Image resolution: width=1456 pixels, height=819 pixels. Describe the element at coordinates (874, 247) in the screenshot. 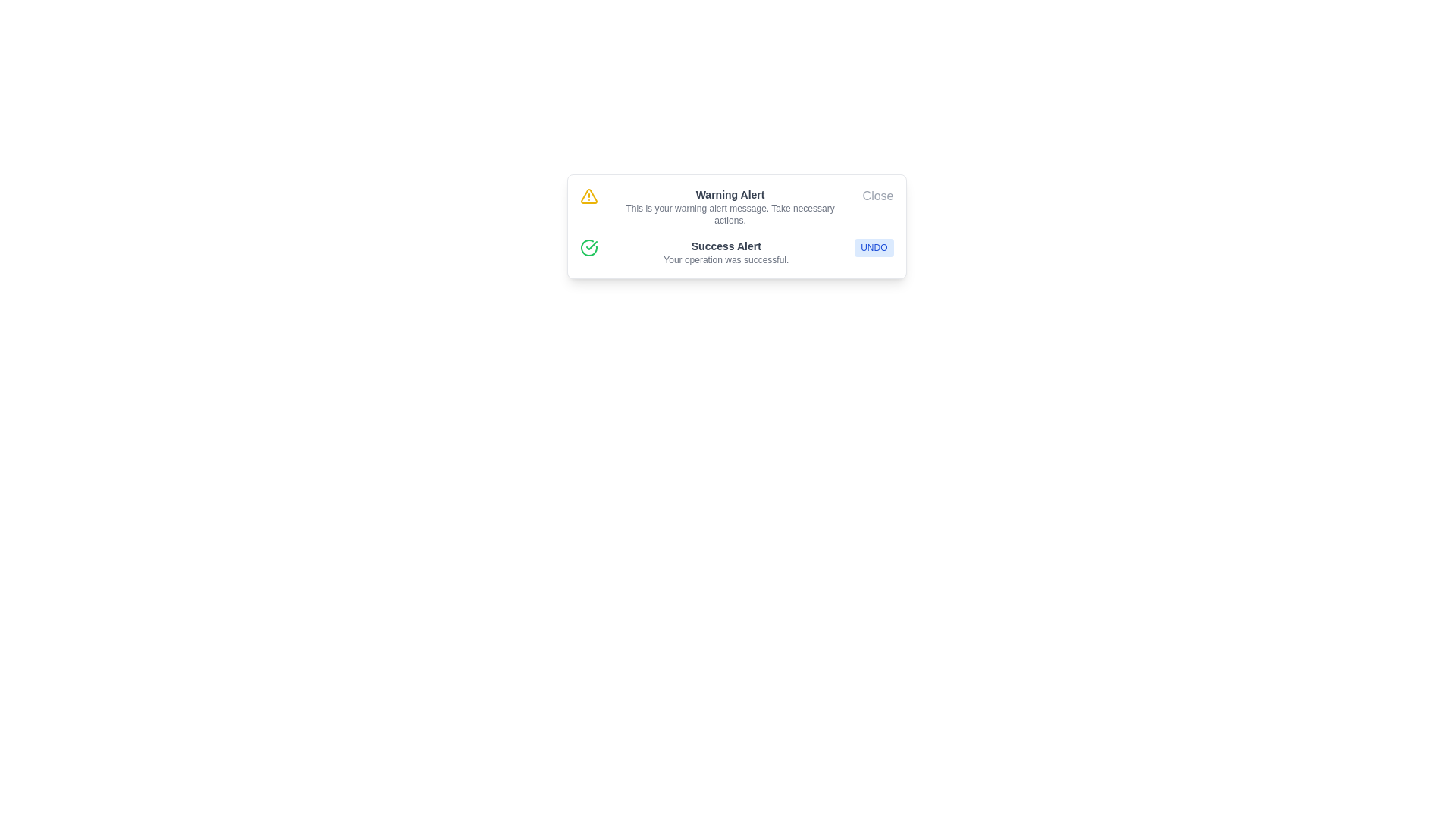

I see `the 'UNDO' button with a light blue background and dark blue text` at that location.